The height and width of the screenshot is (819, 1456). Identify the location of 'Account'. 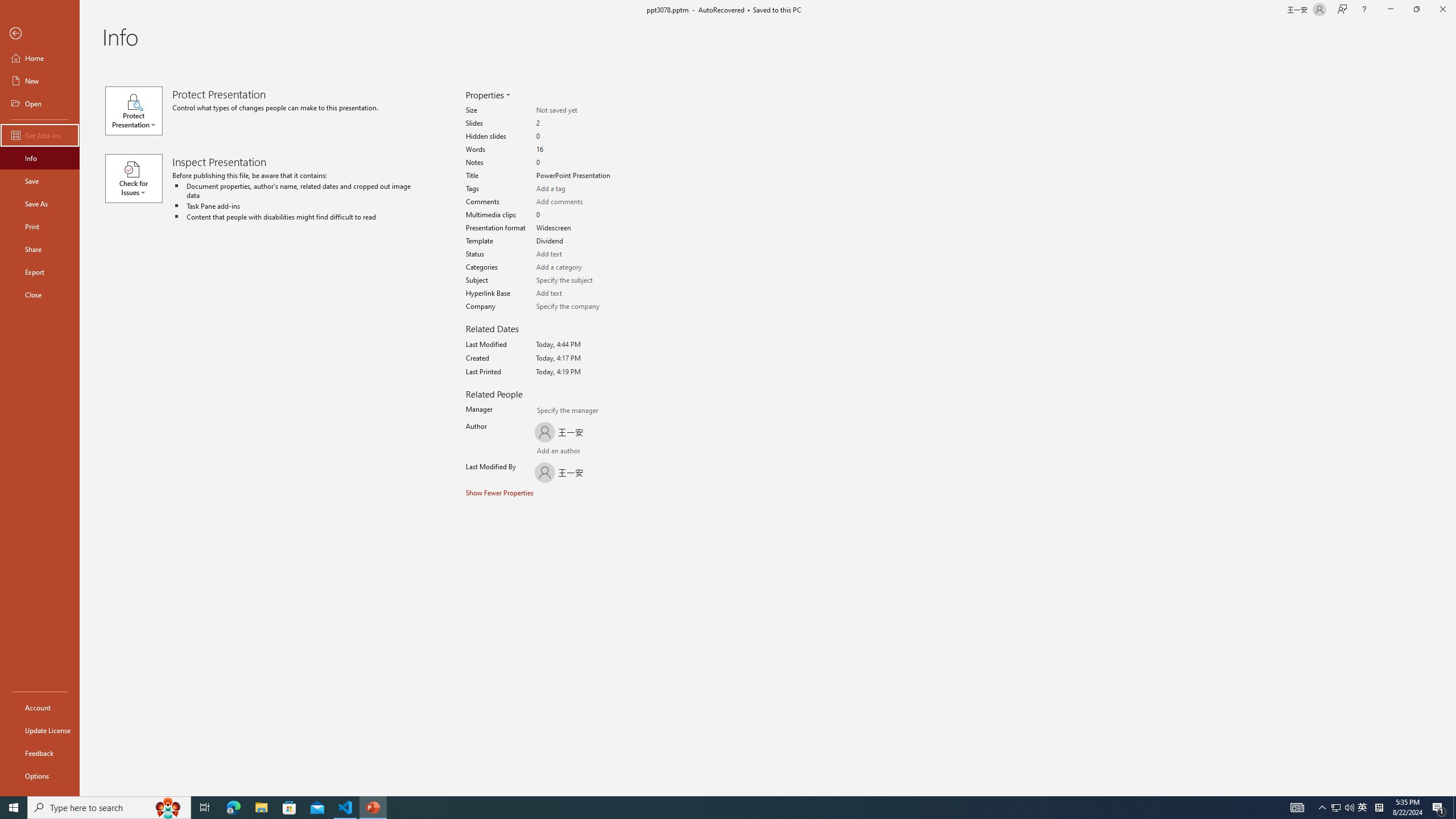
(39, 708).